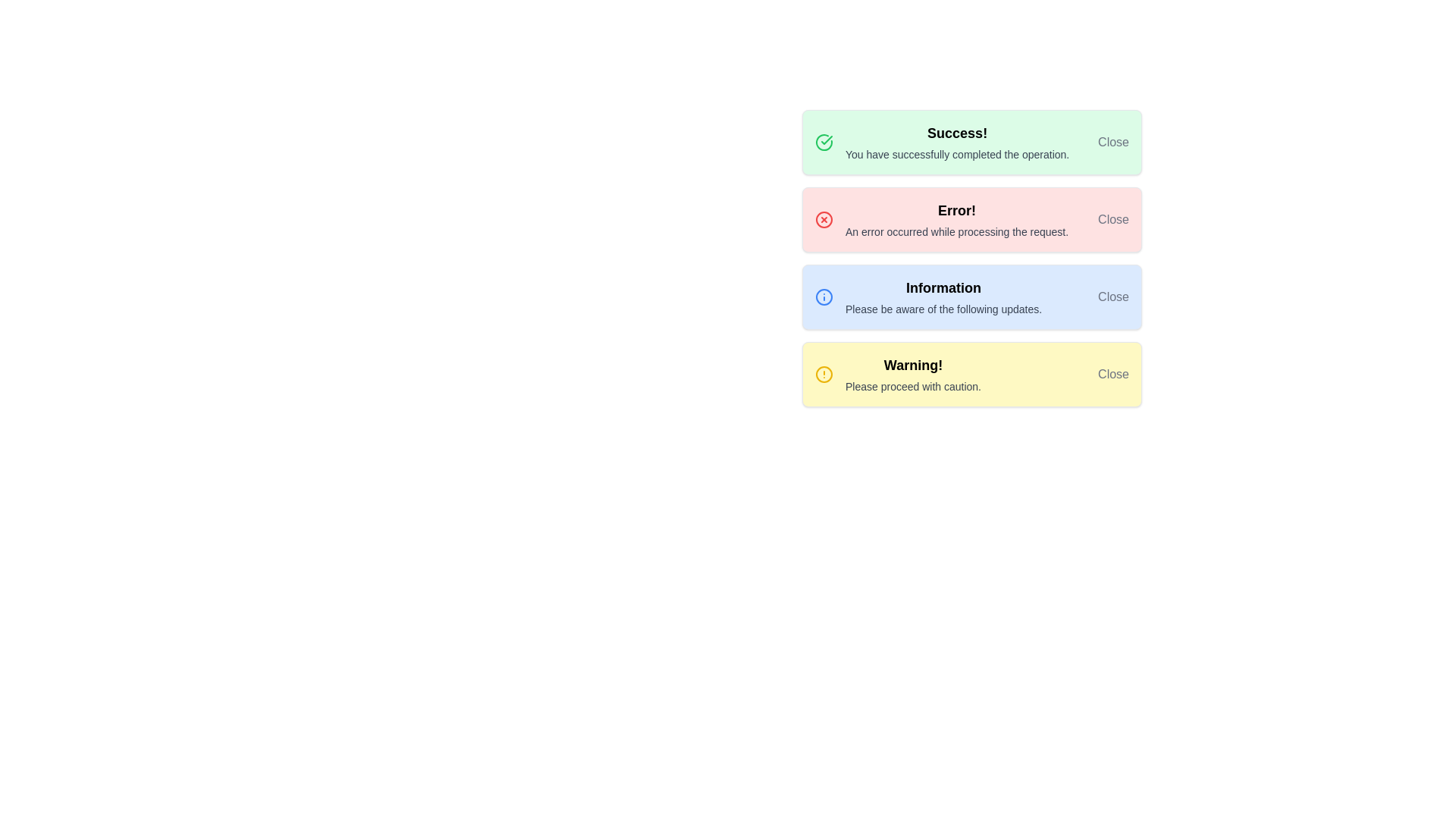 This screenshot has width=1456, height=819. Describe the element at coordinates (823, 297) in the screenshot. I see `the informational indicator icon located within the blue 'Information' notification box, positioned at the leftmost side before the text 'Information', which is the third notification element from the top` at that location.